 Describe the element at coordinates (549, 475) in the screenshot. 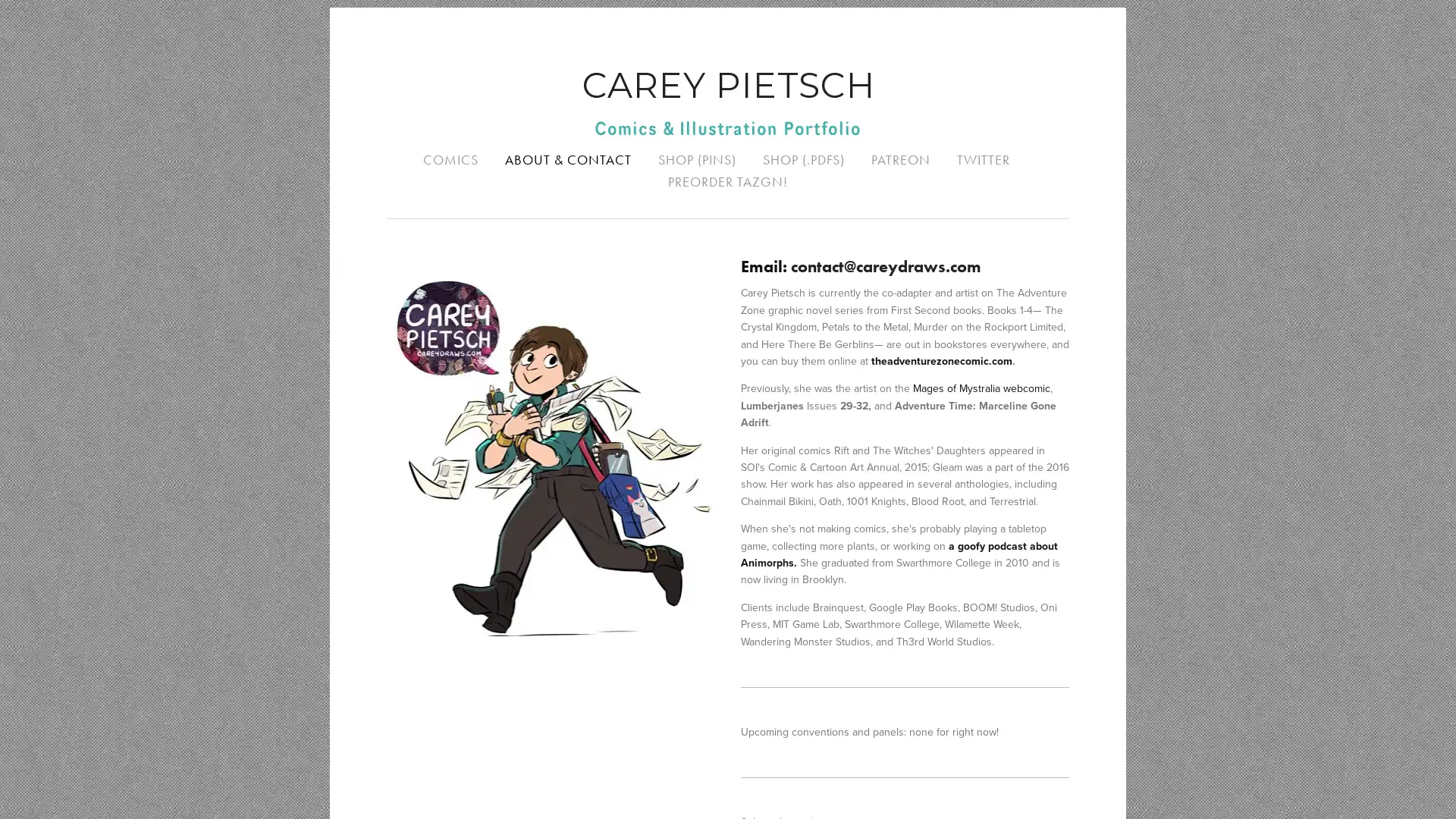

I see `View fullsize` at that location.